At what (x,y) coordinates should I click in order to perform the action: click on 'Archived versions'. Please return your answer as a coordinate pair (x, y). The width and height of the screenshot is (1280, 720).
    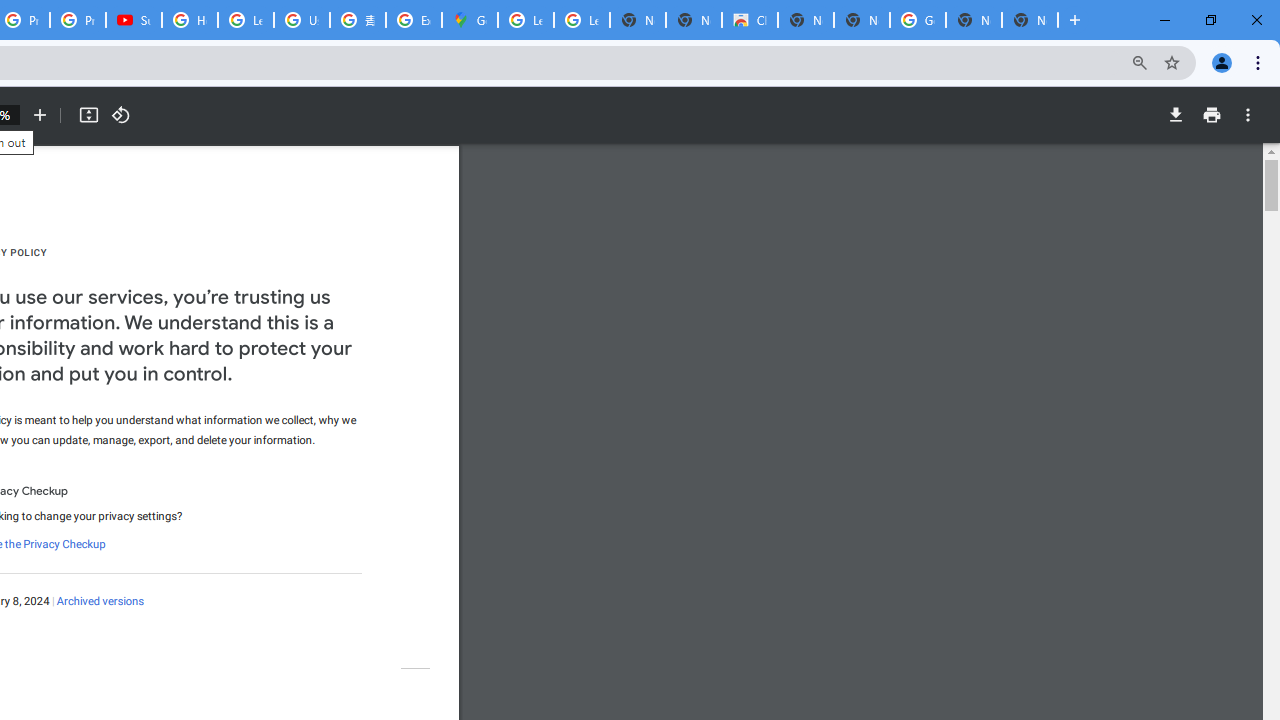
    Looking at the image, I should click on (98, 600).